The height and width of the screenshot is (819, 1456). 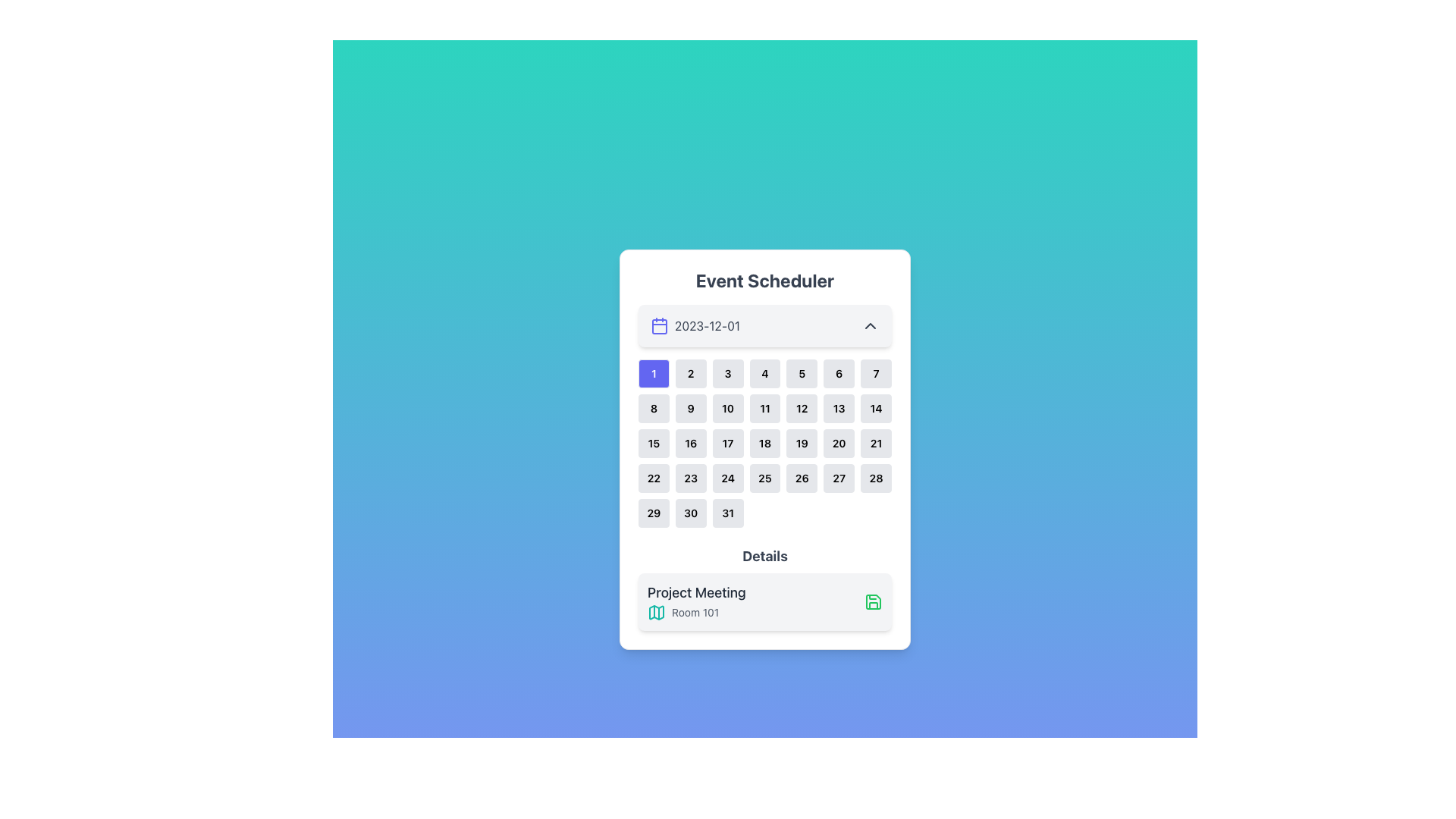 What do you see at coordinates (695, 592) in the screenshot?
I see `text from the bold label 'Project Meeting' located at the top of the details section in the dialog interface` at bounding box center [695, 592].